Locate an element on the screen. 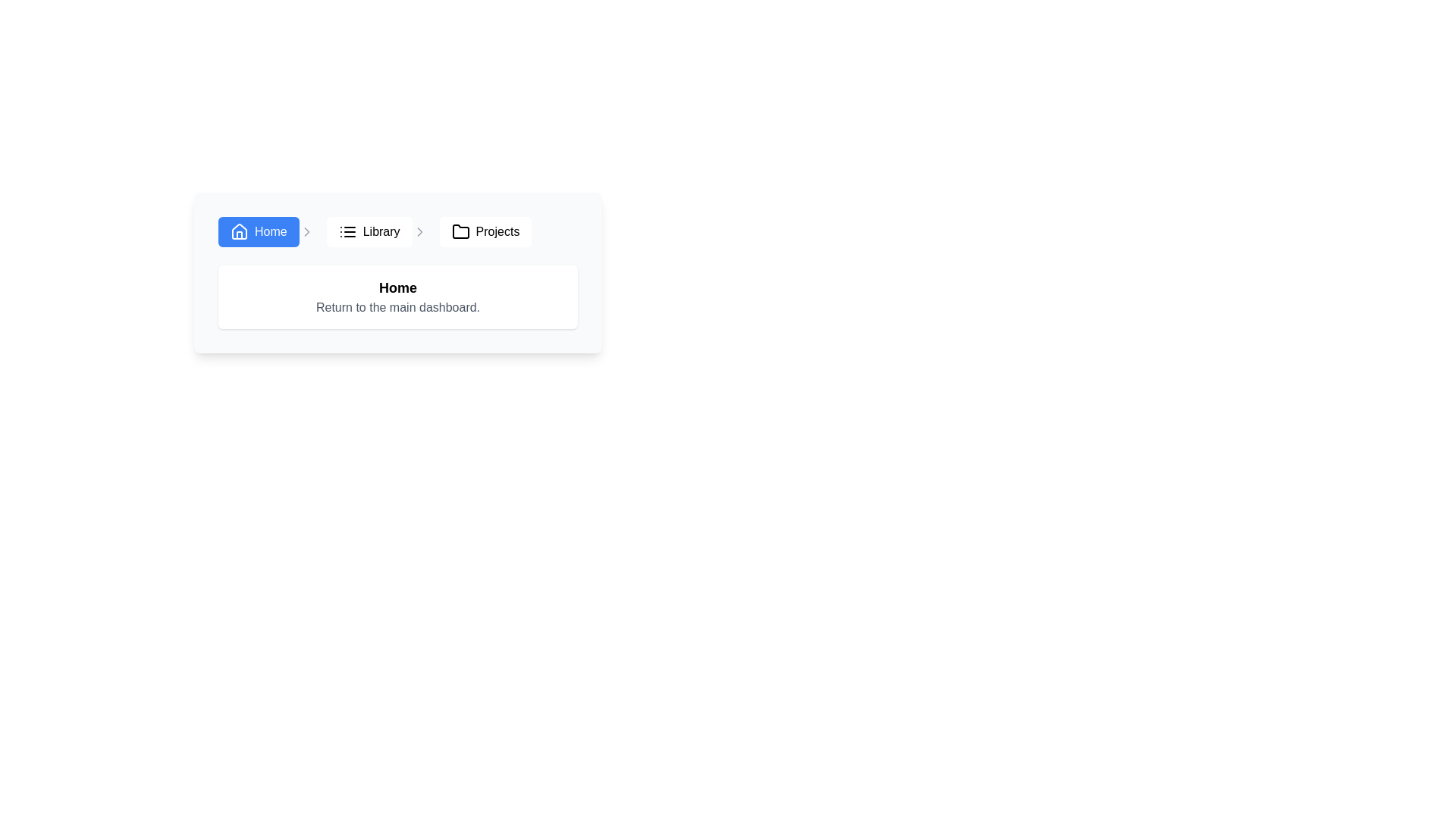  the 'Projects' section of the breadcrumb navigation is located at coordinates (497, 231).